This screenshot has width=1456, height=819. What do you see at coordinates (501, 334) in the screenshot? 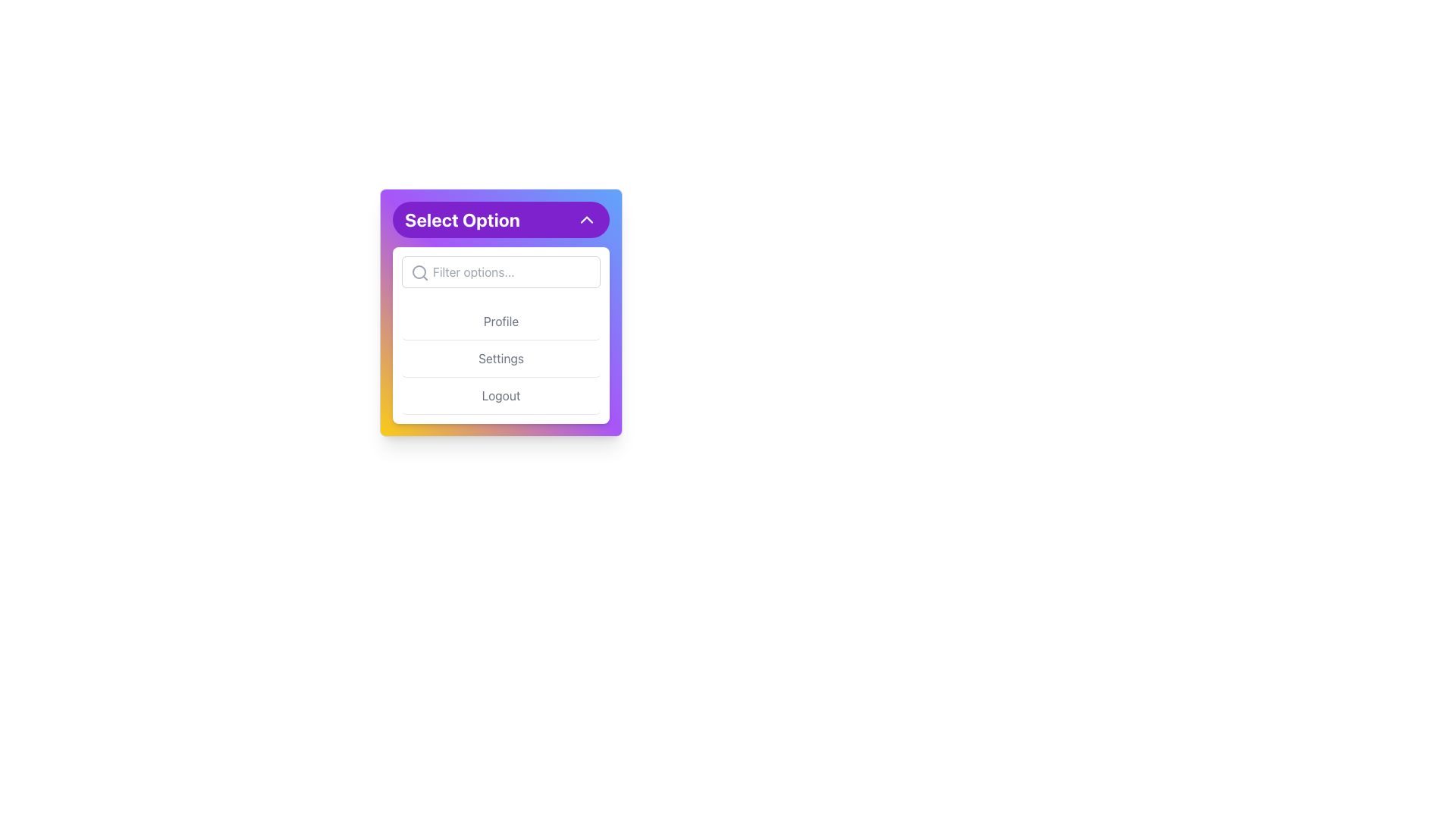
I see `the second option in the Dropdown Menu, which contains 'Settings'` at bounding box center [501, 334].